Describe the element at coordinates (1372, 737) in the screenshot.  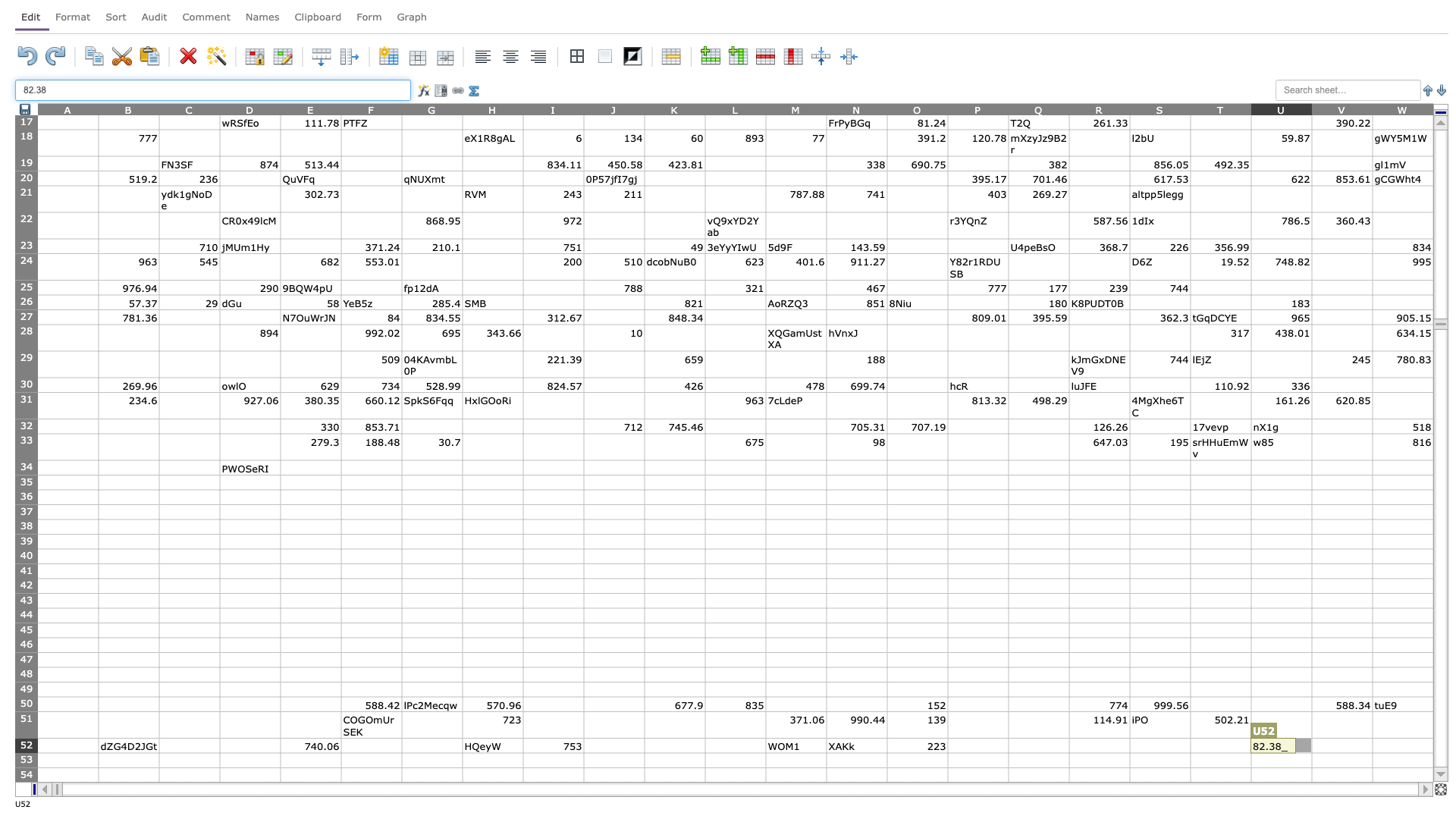
I see `top left corner of W52` at that location.